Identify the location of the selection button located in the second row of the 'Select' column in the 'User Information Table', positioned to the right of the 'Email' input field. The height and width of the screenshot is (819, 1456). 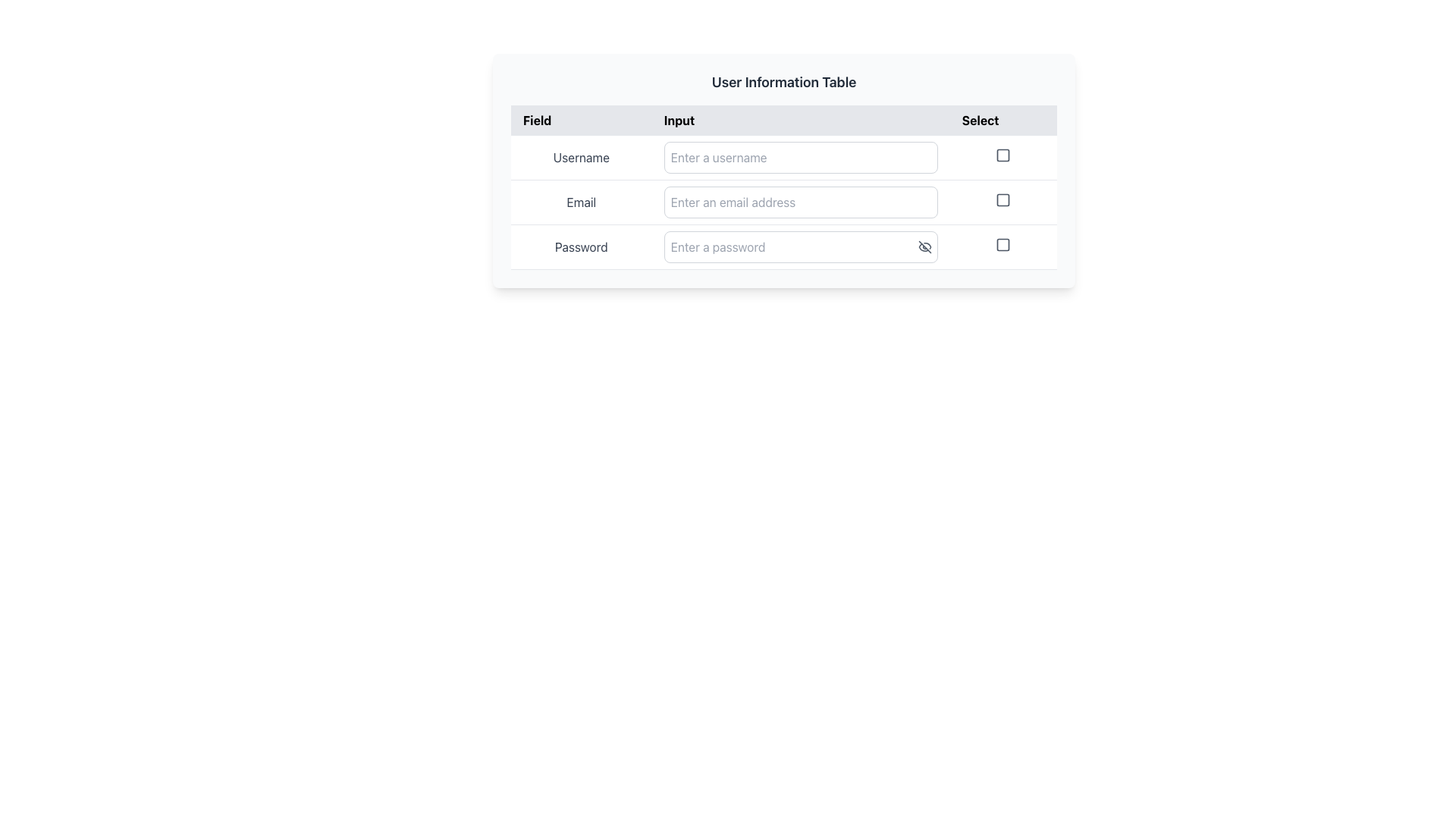
(1003, 199).